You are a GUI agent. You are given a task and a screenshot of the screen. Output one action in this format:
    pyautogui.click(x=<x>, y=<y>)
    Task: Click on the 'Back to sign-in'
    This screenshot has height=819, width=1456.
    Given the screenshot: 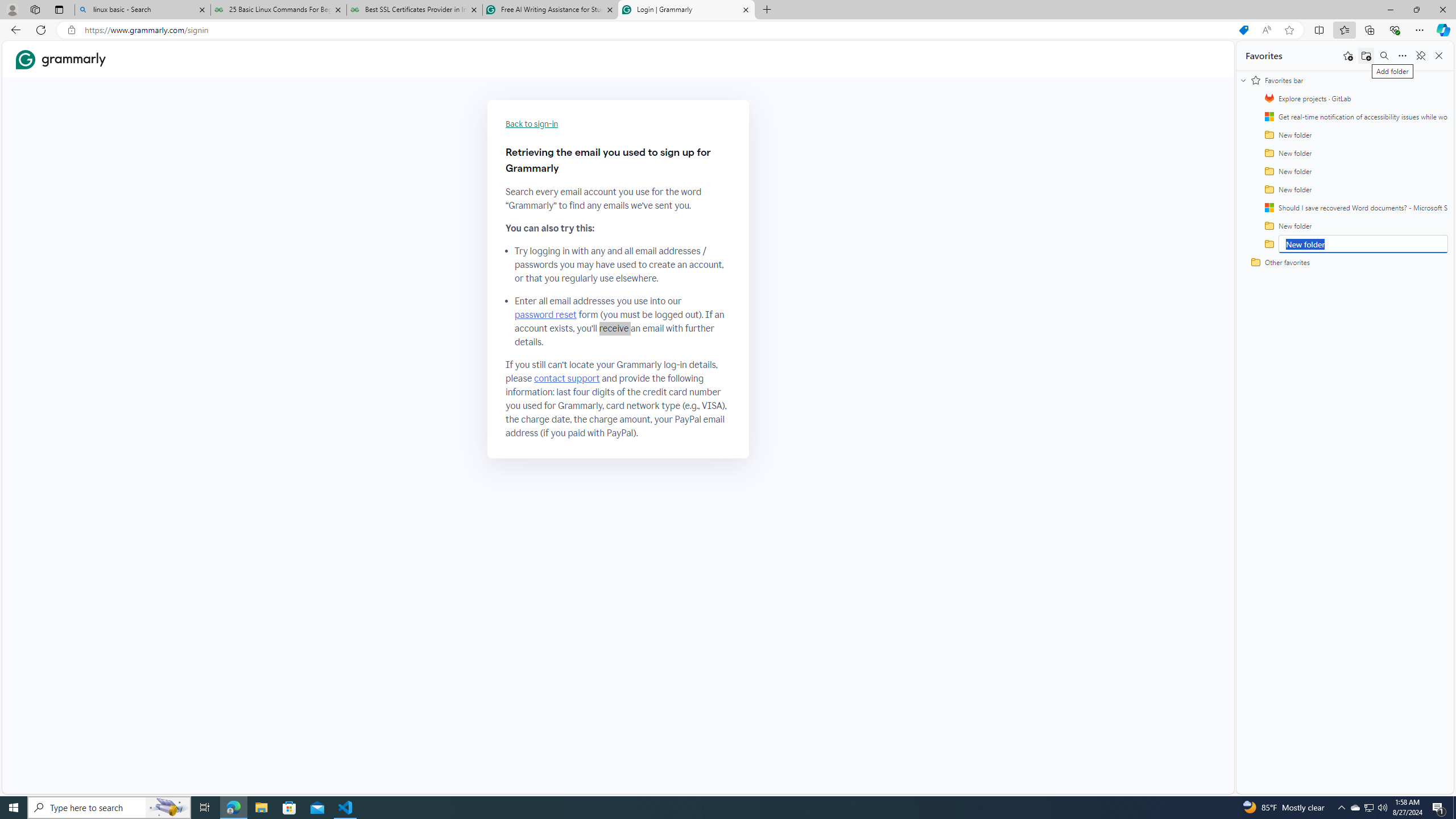 What is the action you would take?
    pyautogui.click(x=531, y=124)
    